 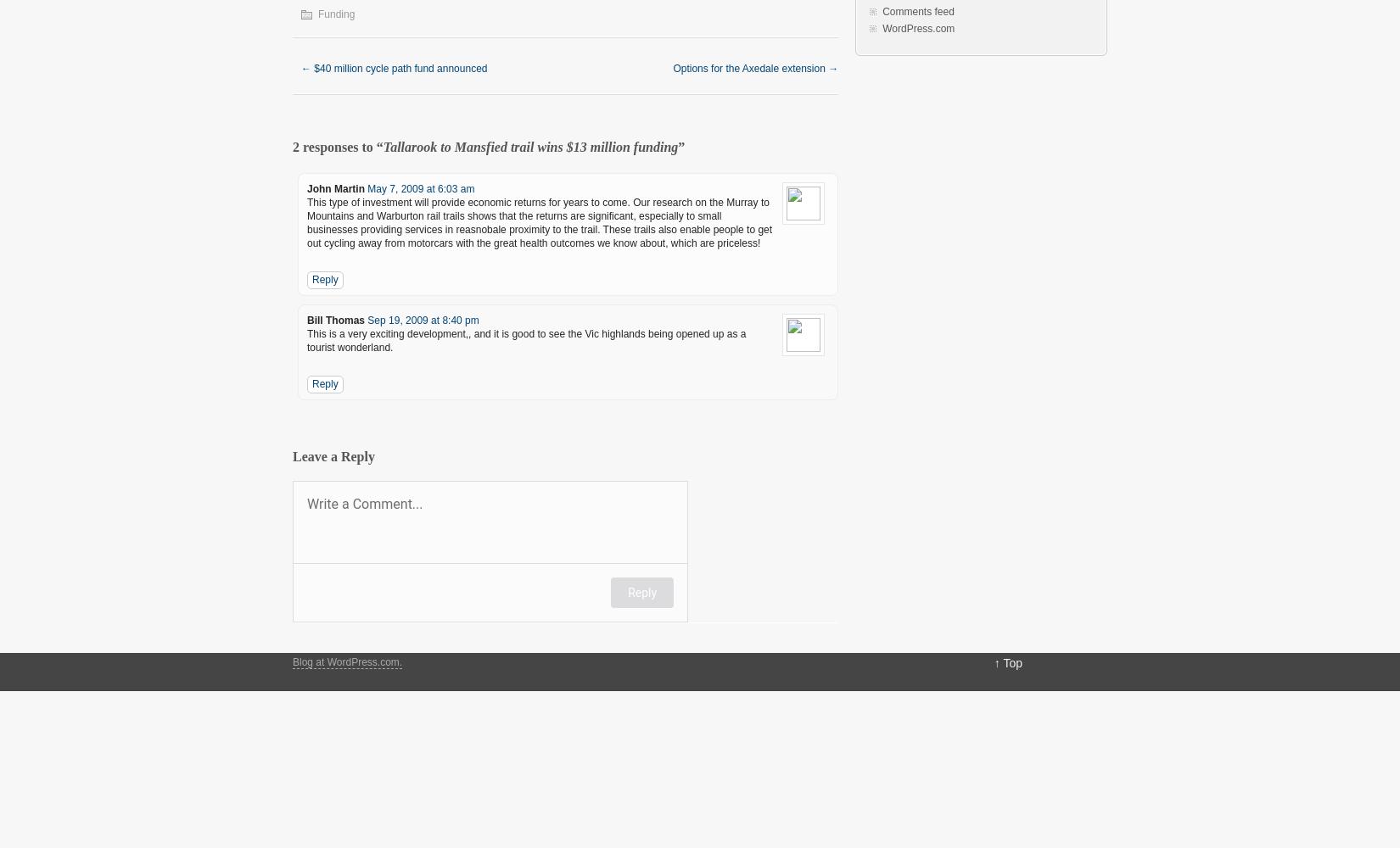 I want to click on 'This is a very exciting  development,, and it is good to see the Vic highlands being opened up as a tourist wonderland.', so click(x=525, y=341).